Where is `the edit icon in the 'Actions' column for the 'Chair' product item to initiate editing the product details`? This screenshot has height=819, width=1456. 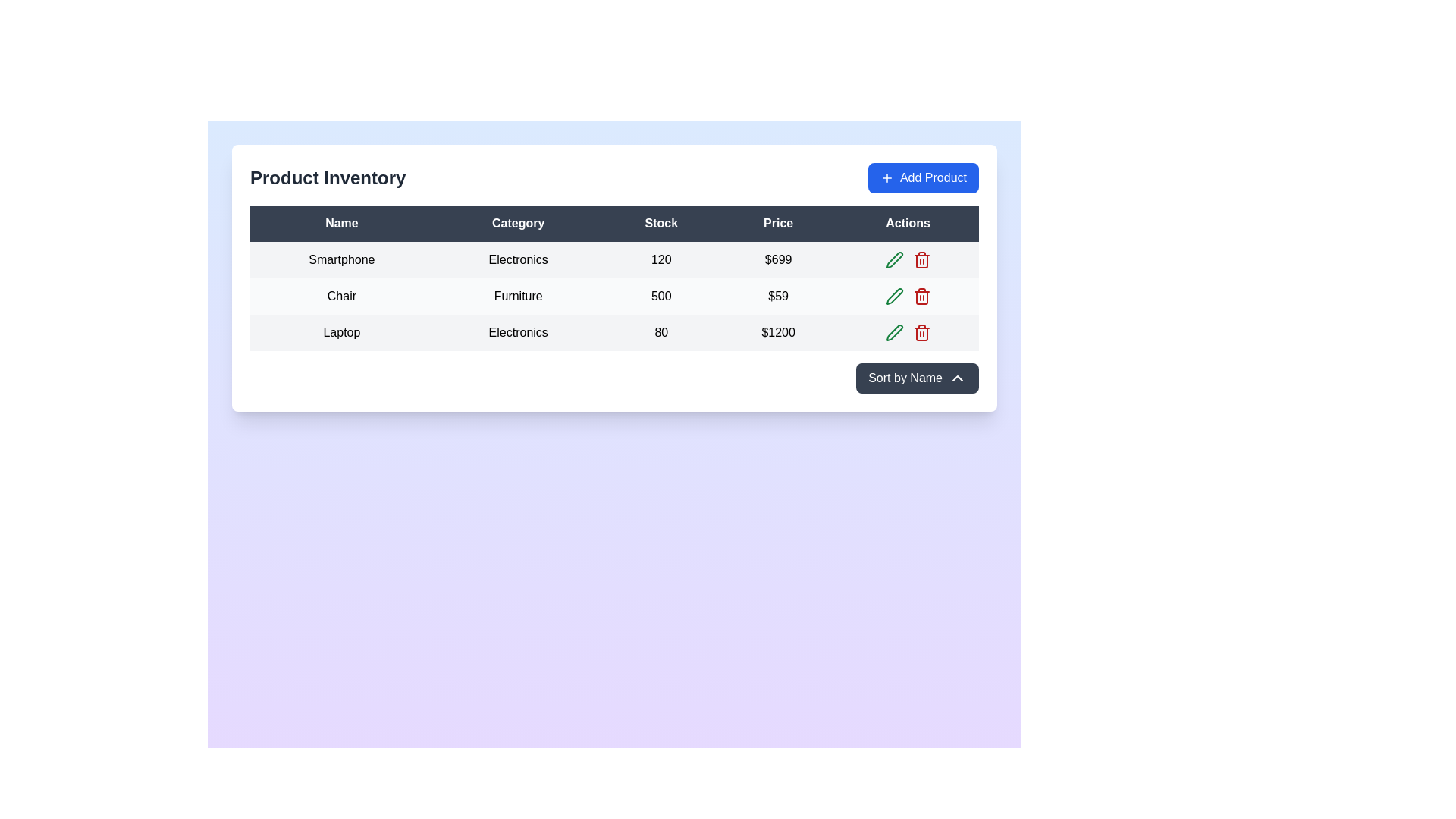 the edit icon in the 'Actions' column for the 'Chair' product item to initiate editing the product details is located at coordinates (894, 259).